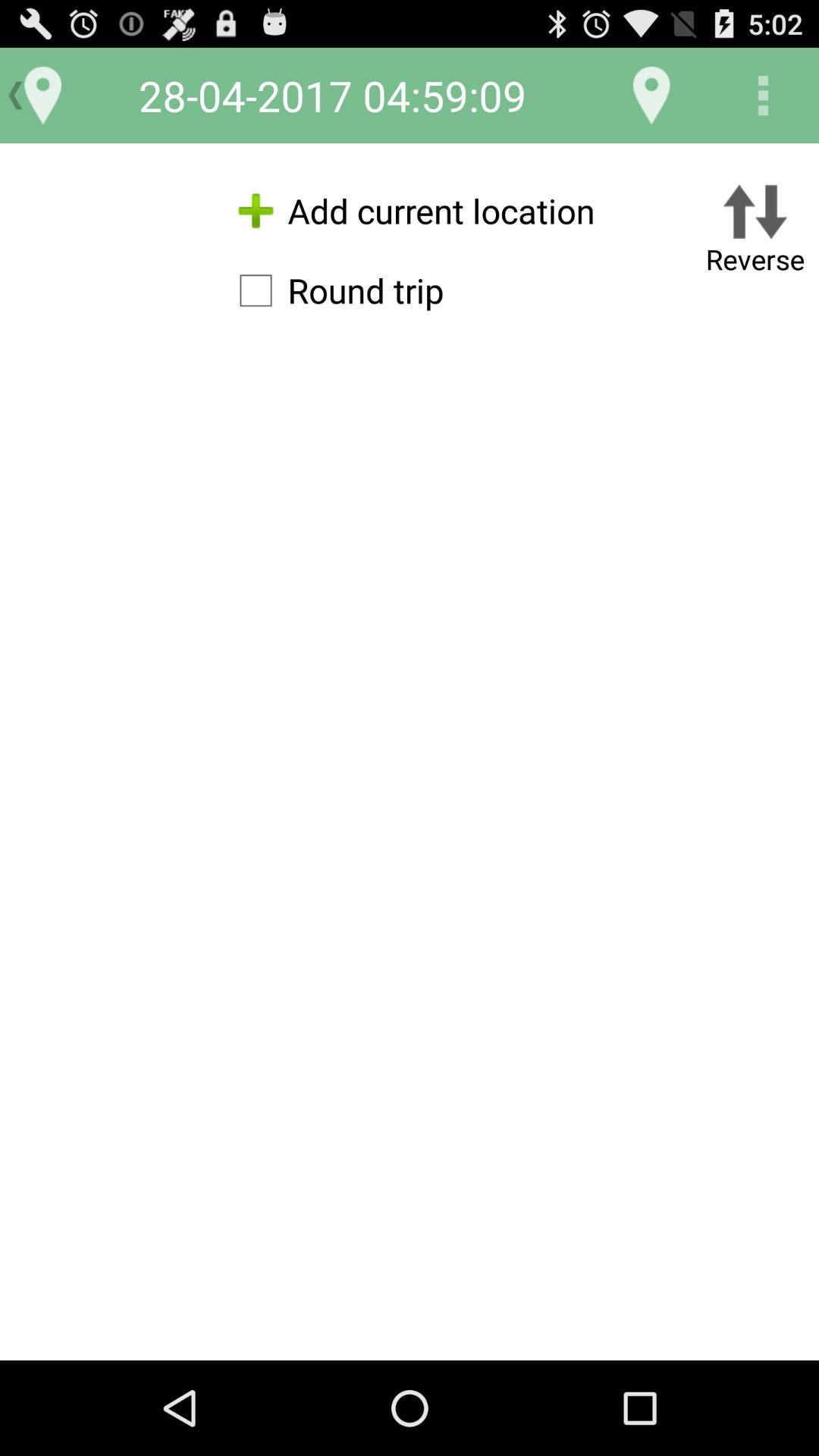 The width and height of the screenshot is (819, 1456). Describe the element at coordinates (755, 231) in the screenshot. I see `the reverse button` at that location.